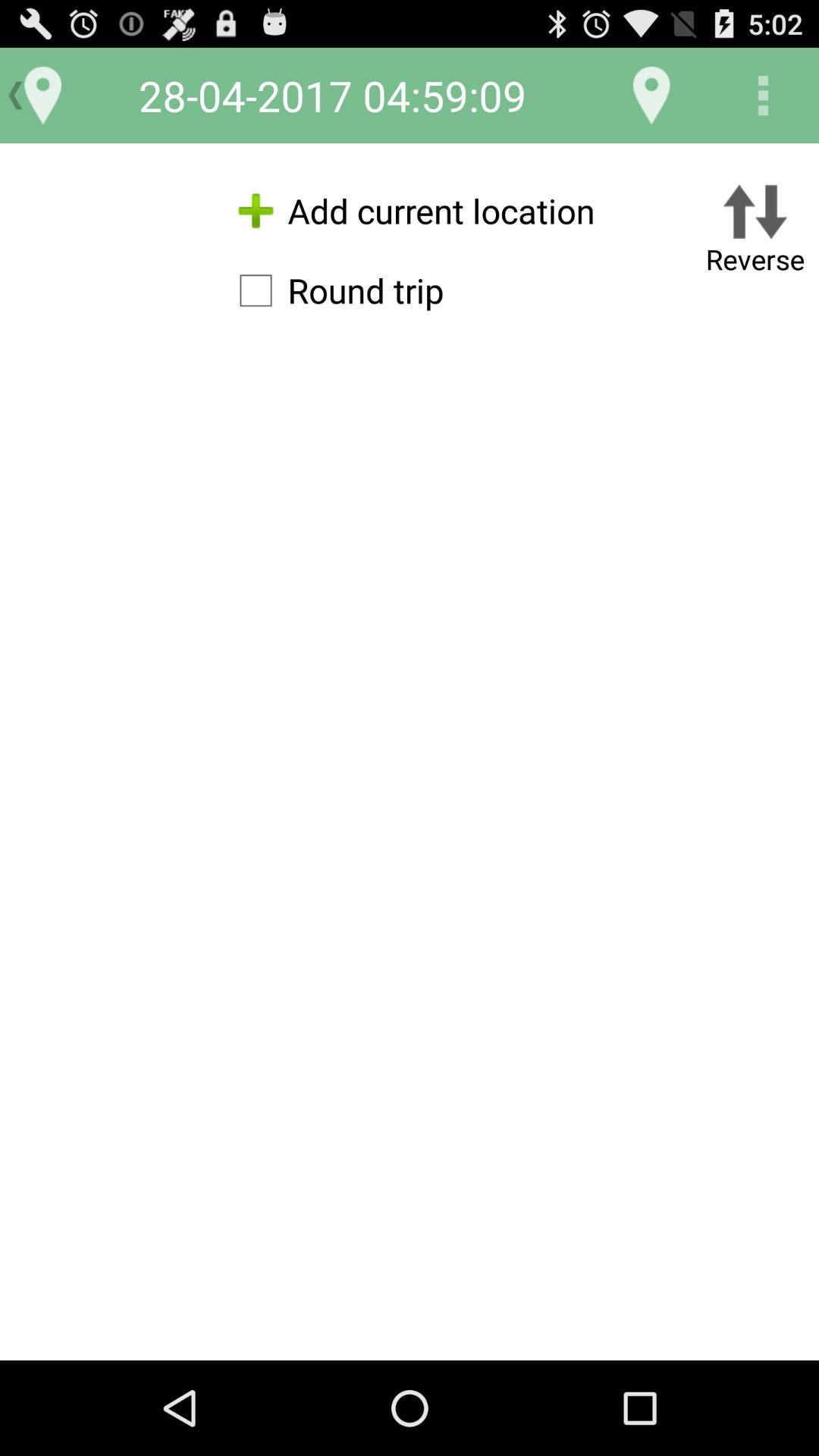 The width and height of the screenshot is (819, 1456). Describe the element at coordinates (755, 231) in the screenshot. I see `the reverse button` at that location.